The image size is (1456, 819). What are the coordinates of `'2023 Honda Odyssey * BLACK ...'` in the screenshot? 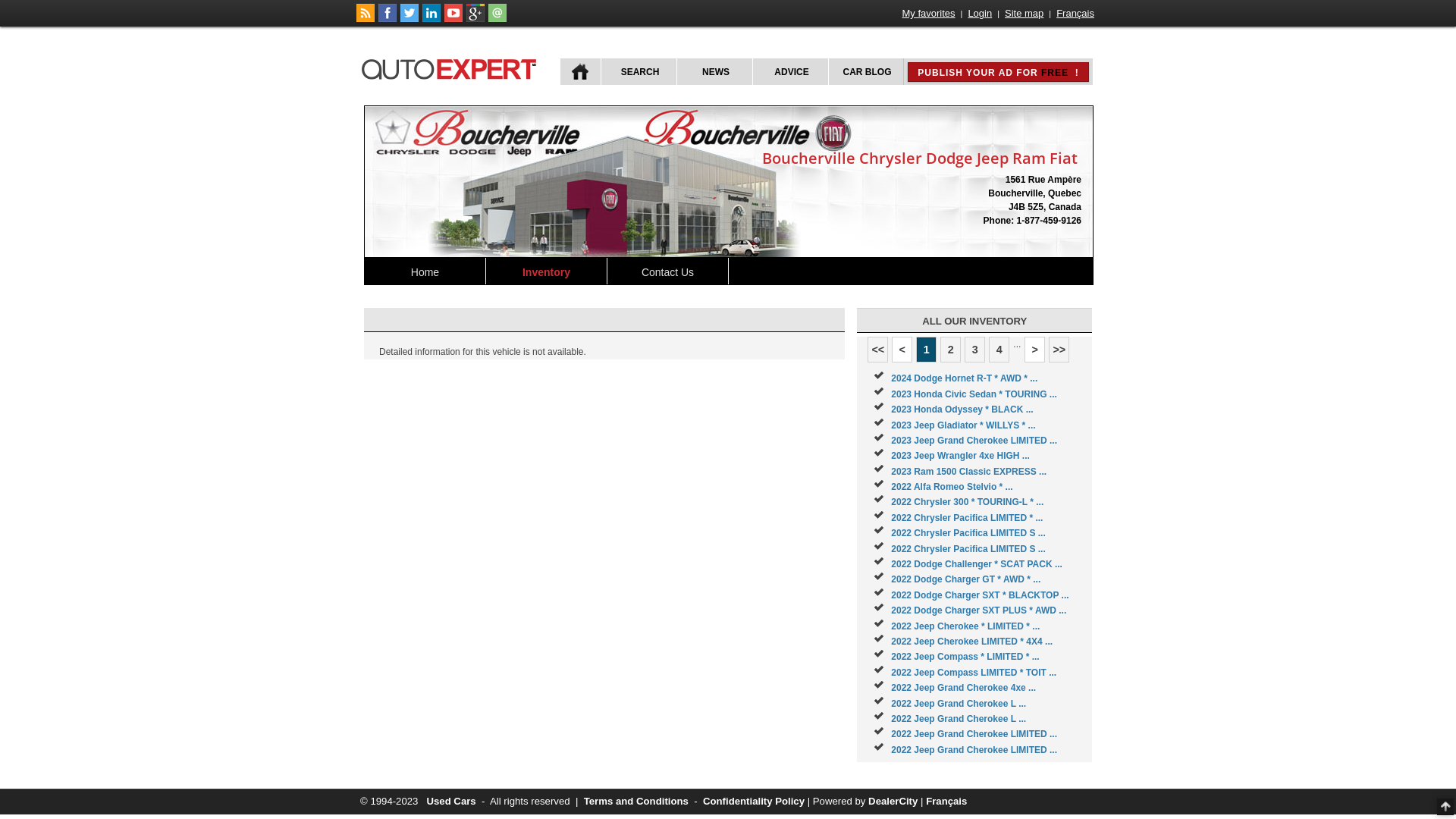 It's located at (961, 409).